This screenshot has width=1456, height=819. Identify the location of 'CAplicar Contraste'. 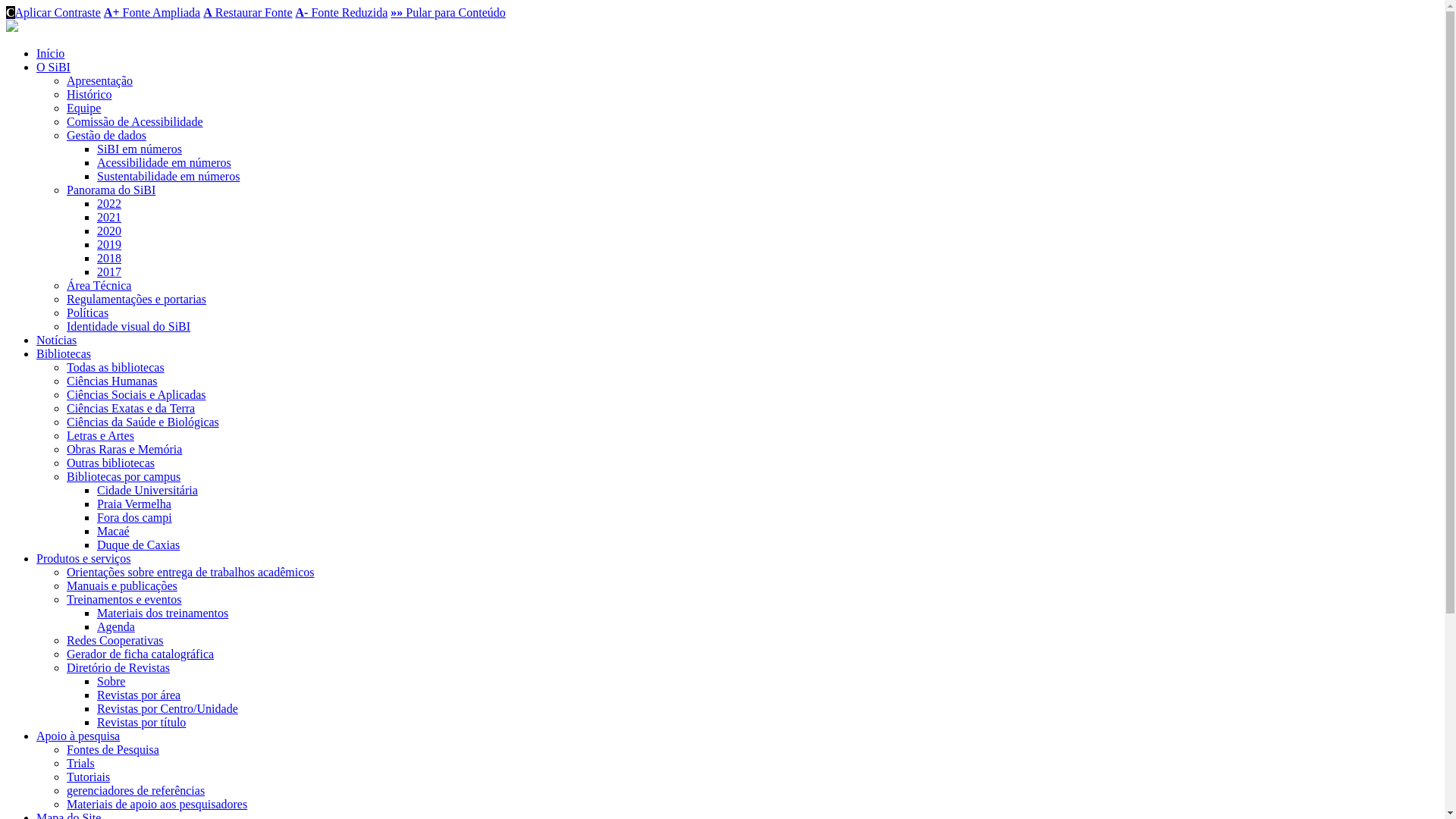
(53, 12).